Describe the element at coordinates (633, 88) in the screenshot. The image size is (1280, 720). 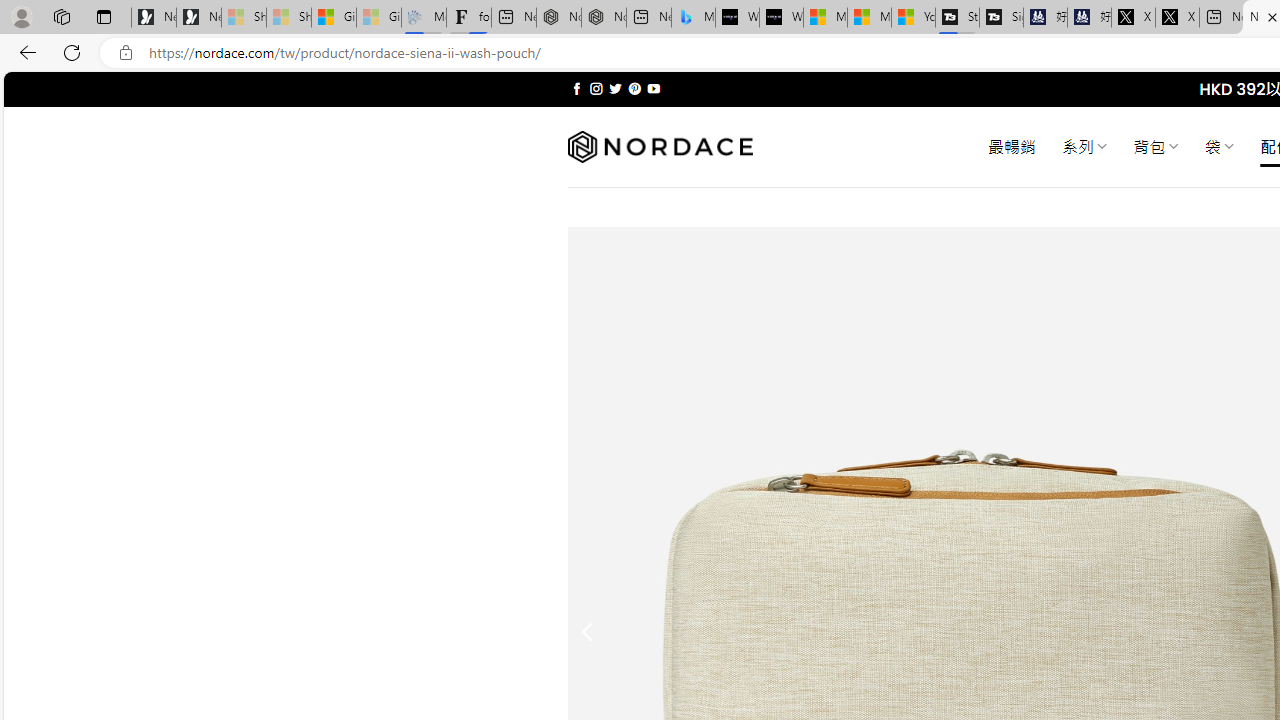
I see `'Follow on Pinterest'` at that location.